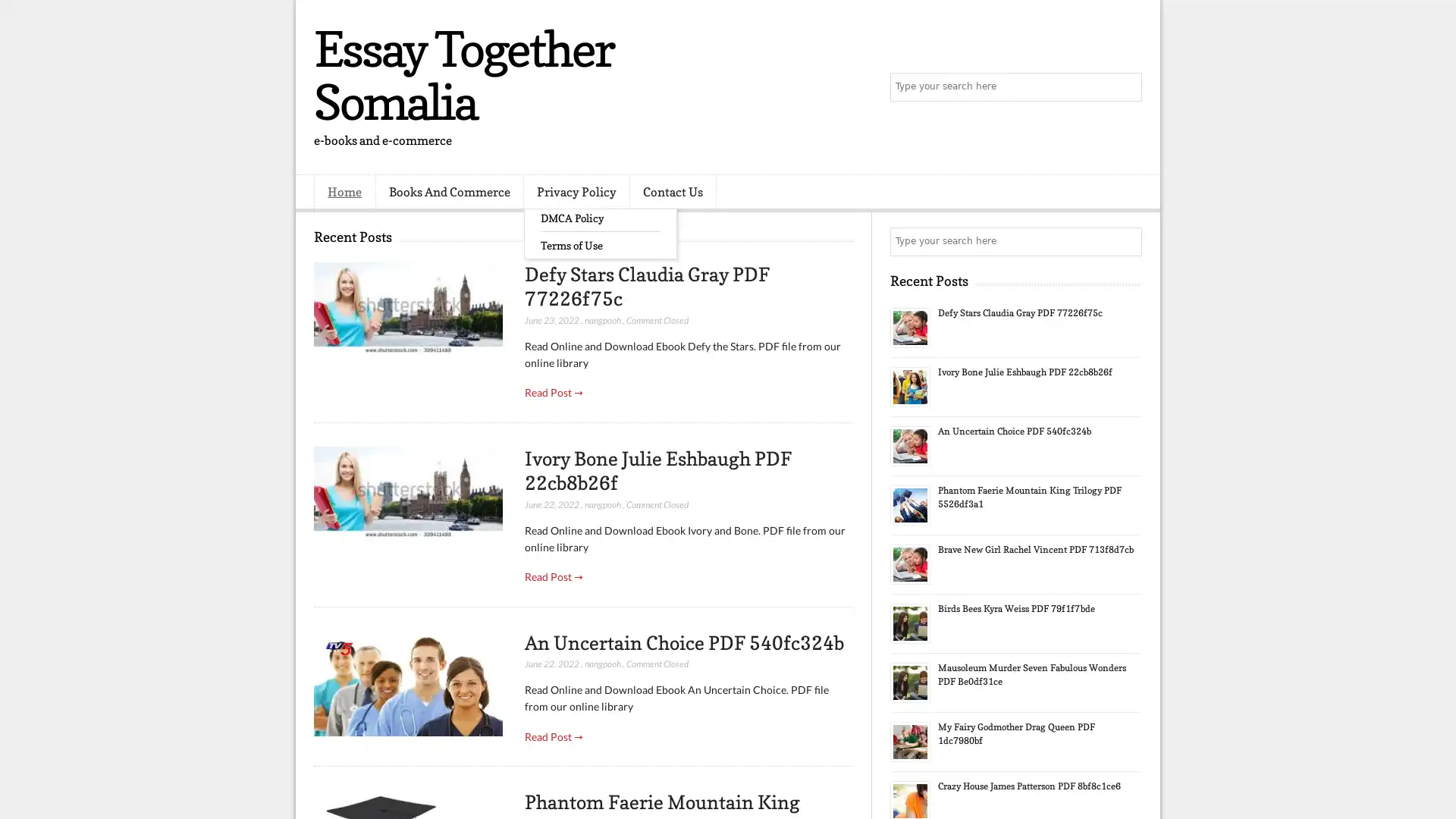 The height and width of the screenshot is (819, 1456). What do you see at coordinates (1126, 241) in the screenshot?
I see `Search` at bounding box center [1126, 241].